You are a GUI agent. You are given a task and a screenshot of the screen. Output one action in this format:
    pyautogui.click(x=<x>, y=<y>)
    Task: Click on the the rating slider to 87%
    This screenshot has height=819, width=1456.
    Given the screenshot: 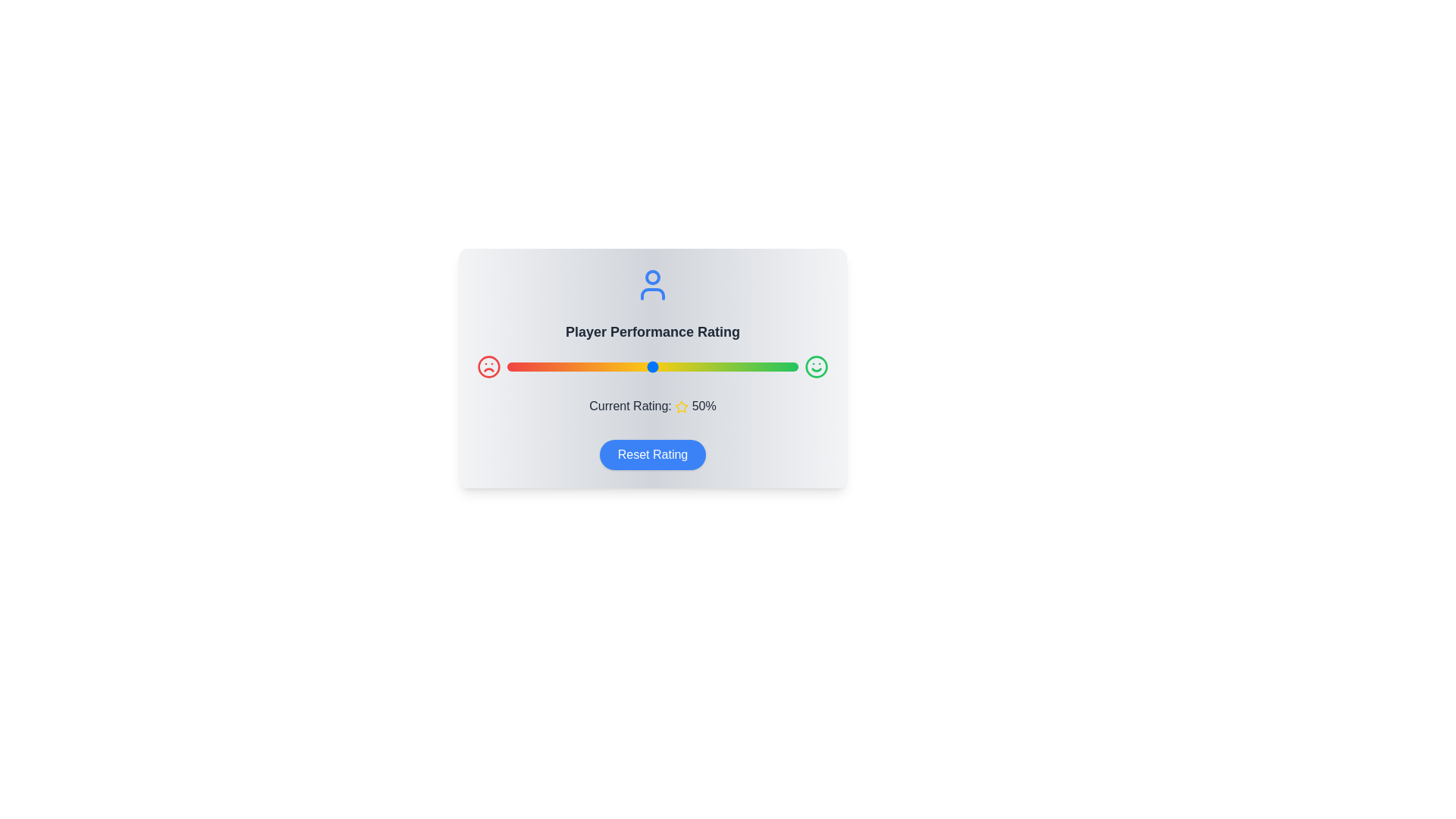 What is the action you would take?
    pyautogui.click(x=761, y=366)
    